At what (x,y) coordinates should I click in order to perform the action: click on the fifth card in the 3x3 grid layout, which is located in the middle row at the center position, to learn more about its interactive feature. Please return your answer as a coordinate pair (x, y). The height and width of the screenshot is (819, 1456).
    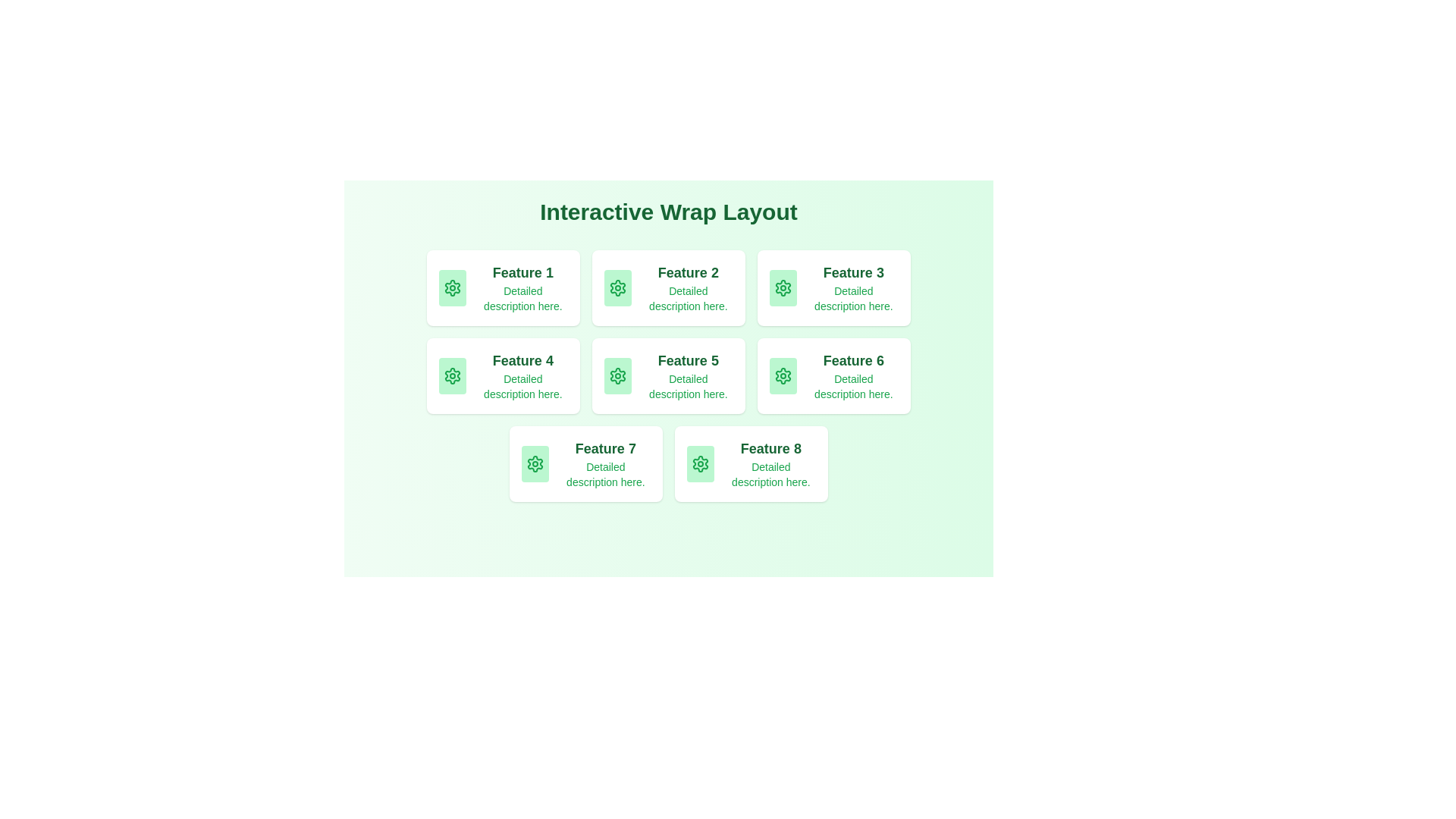
    Looking at the image, I should click on (668, 375).